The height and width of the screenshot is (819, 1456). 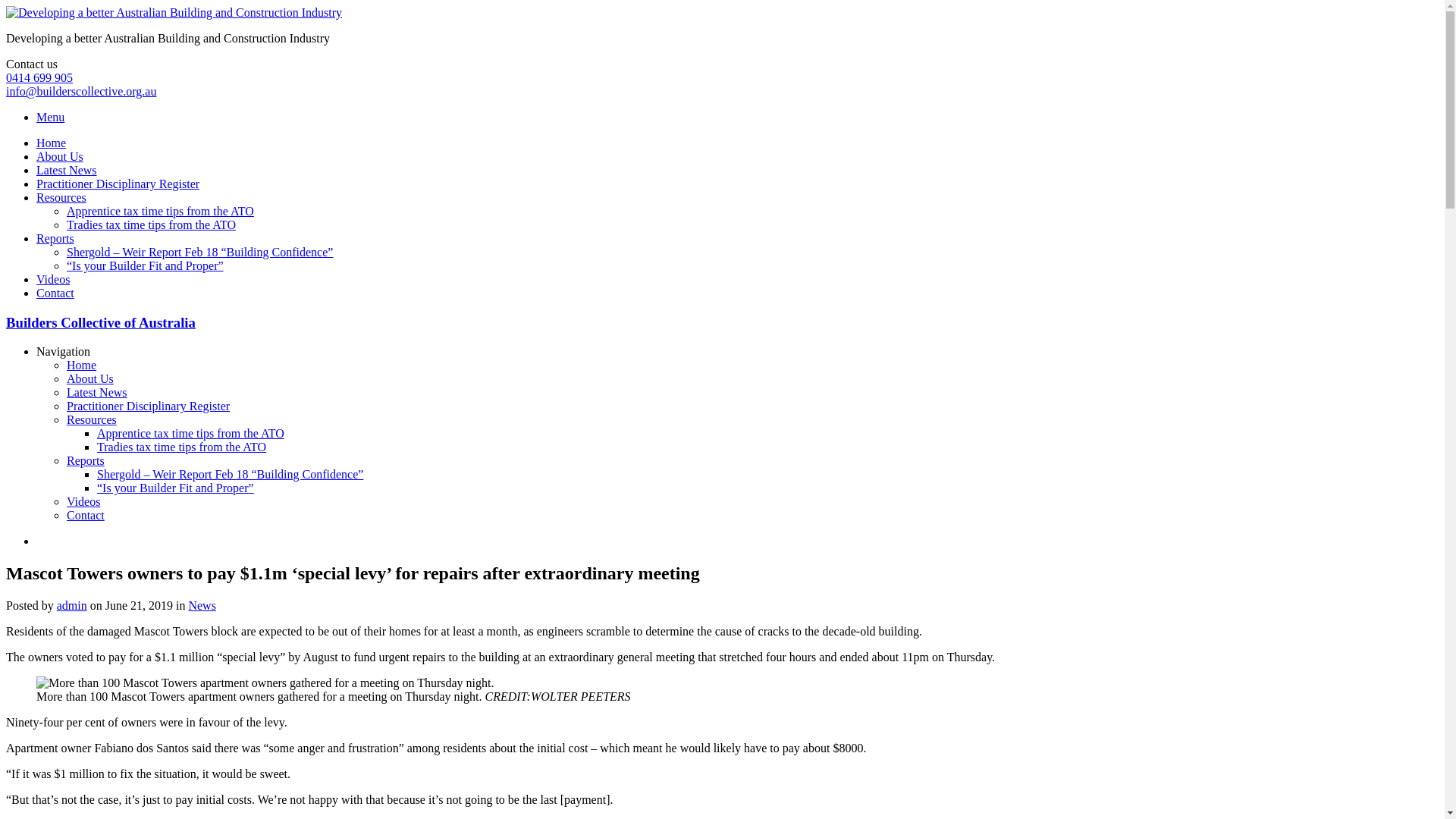 I want to click on 'Menu', so click(x=50, y=116).